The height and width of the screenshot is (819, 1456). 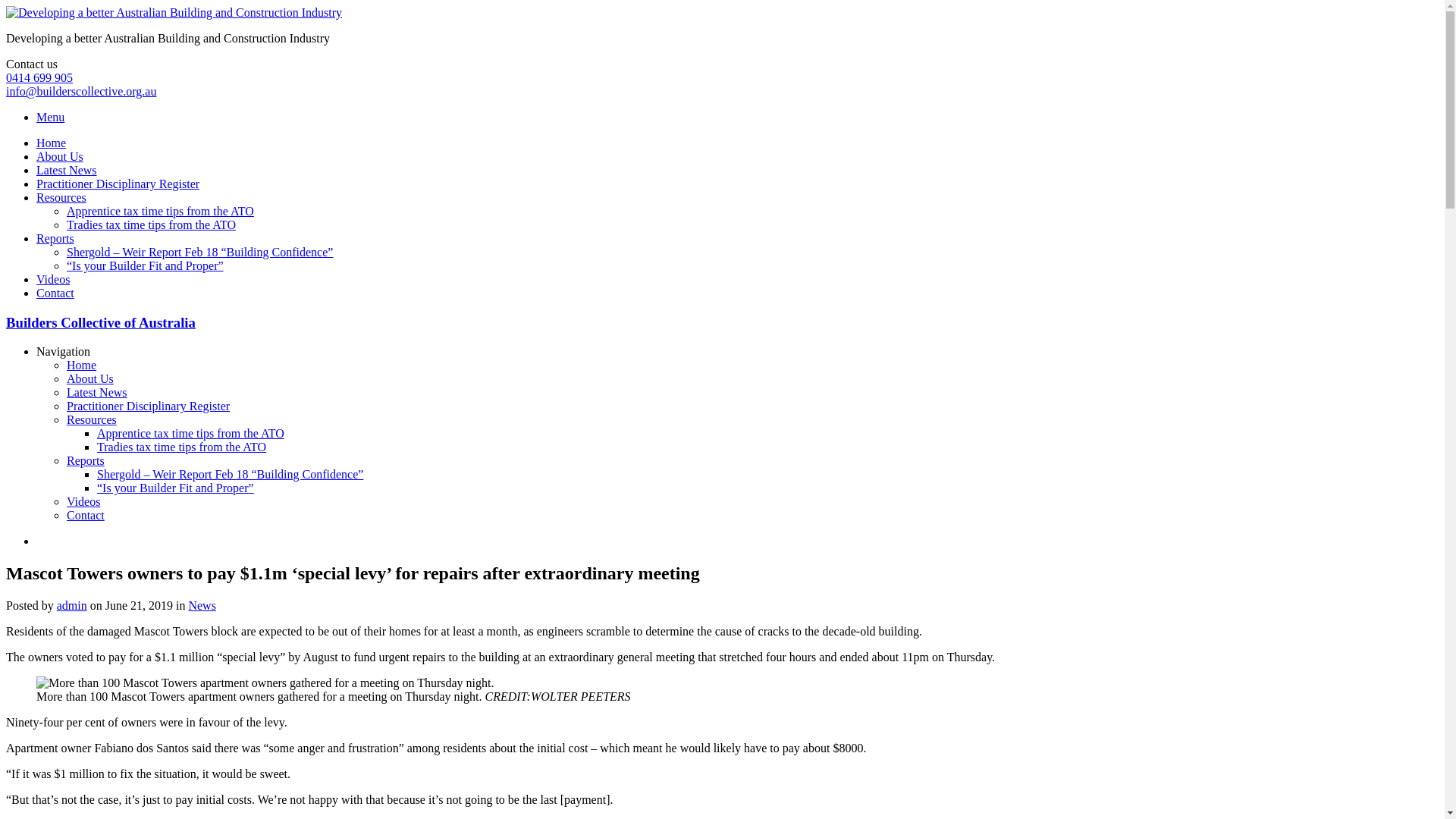 I want to click on 'Menu', so click(x=50, y=116).